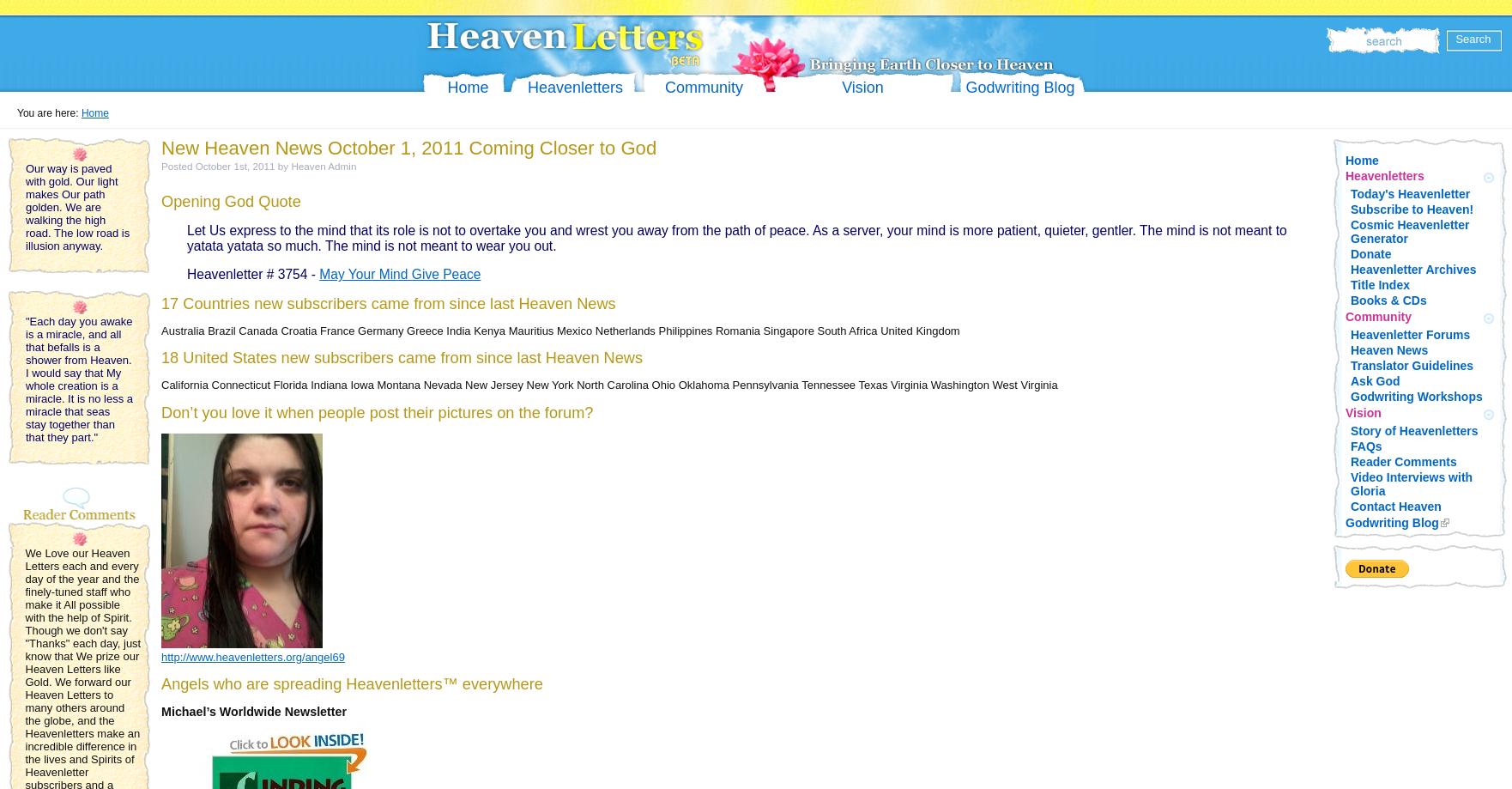 The width and height of the screenshot is (1512, 789). I want to click on 'Community', so click(1377, 316).